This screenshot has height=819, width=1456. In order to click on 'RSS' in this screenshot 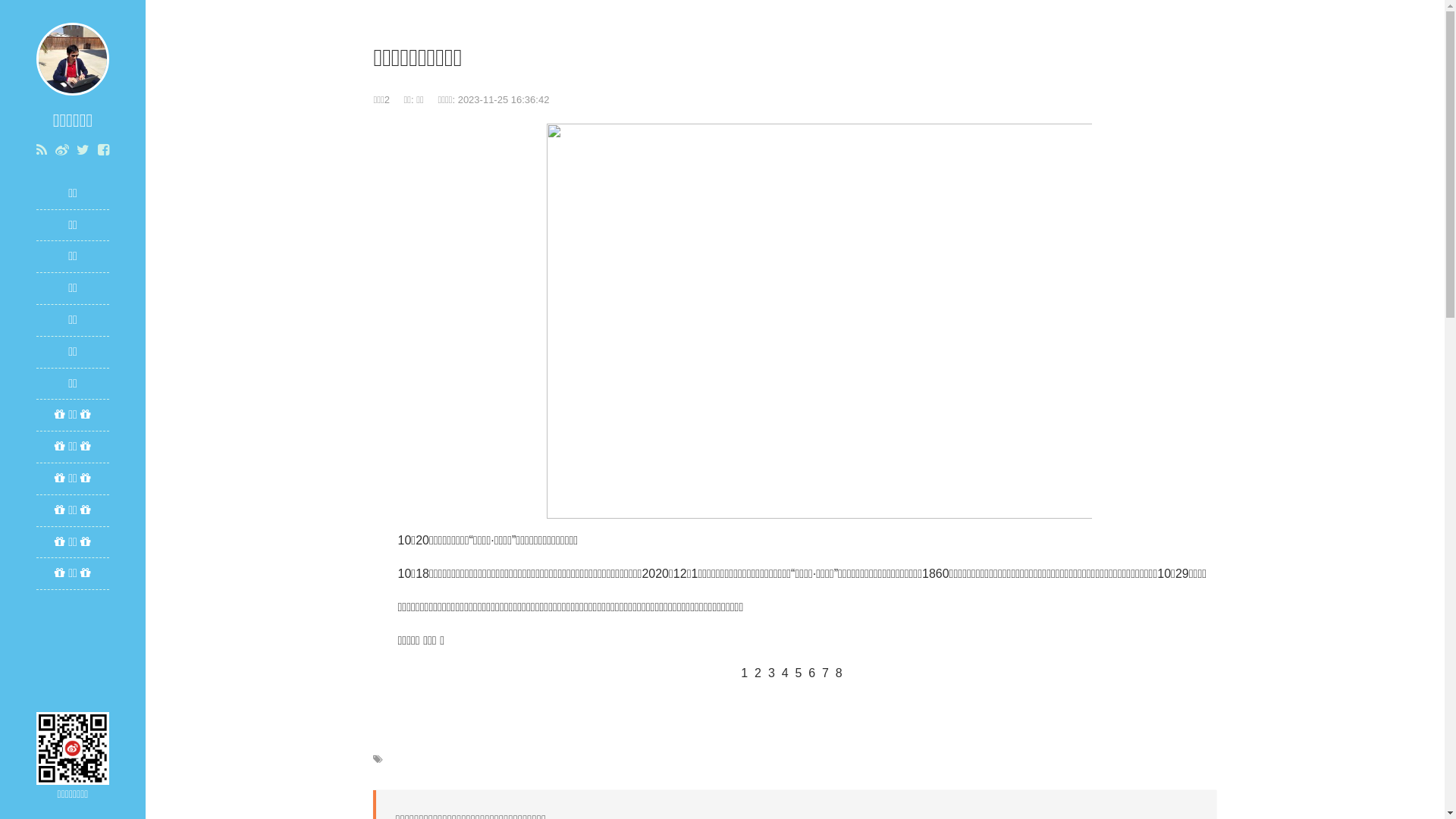, I will do `click(41, 149)`.